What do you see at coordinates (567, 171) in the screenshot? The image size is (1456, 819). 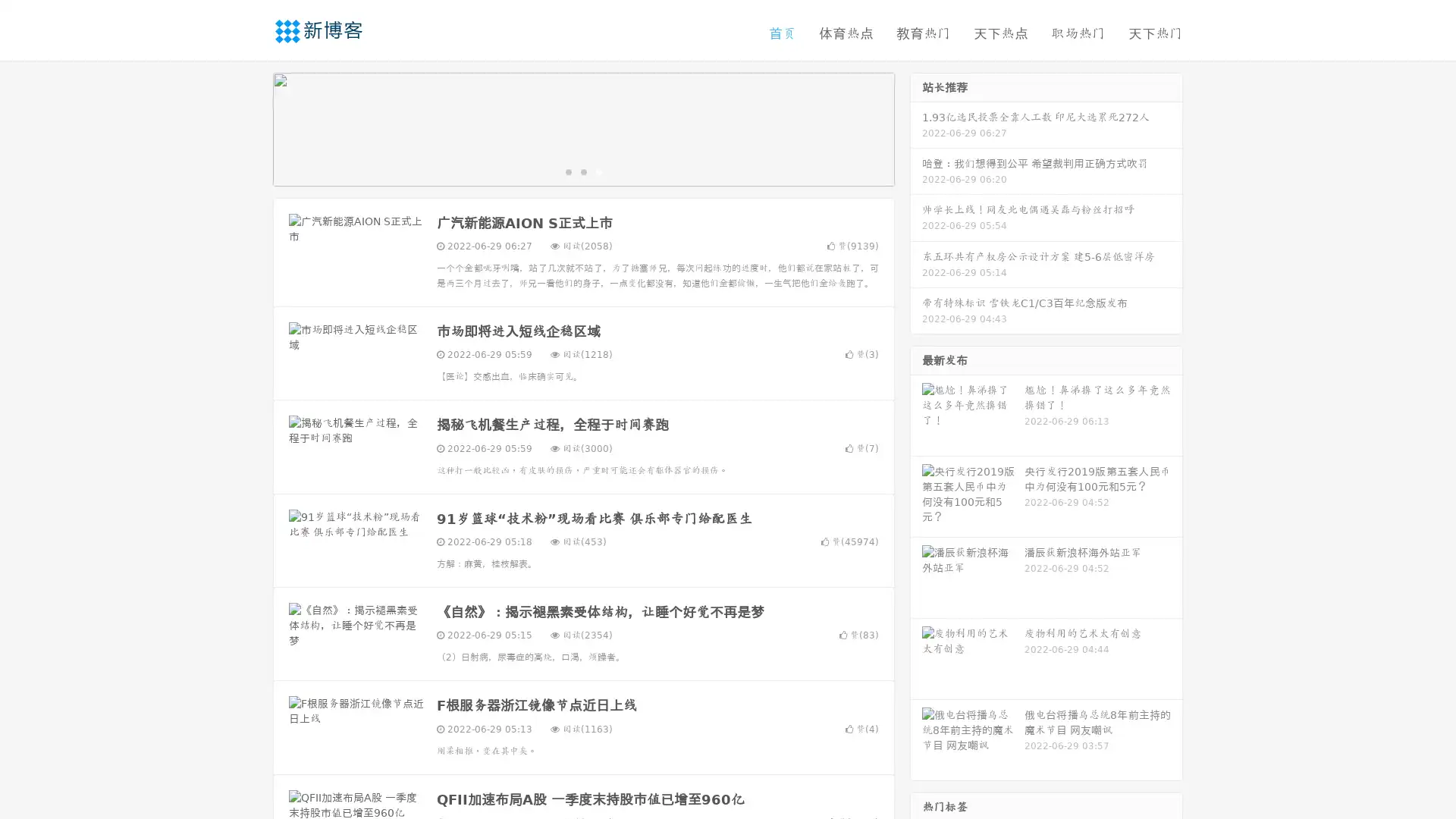 I see `Go to slide 1` at bounding box center [567, 171].